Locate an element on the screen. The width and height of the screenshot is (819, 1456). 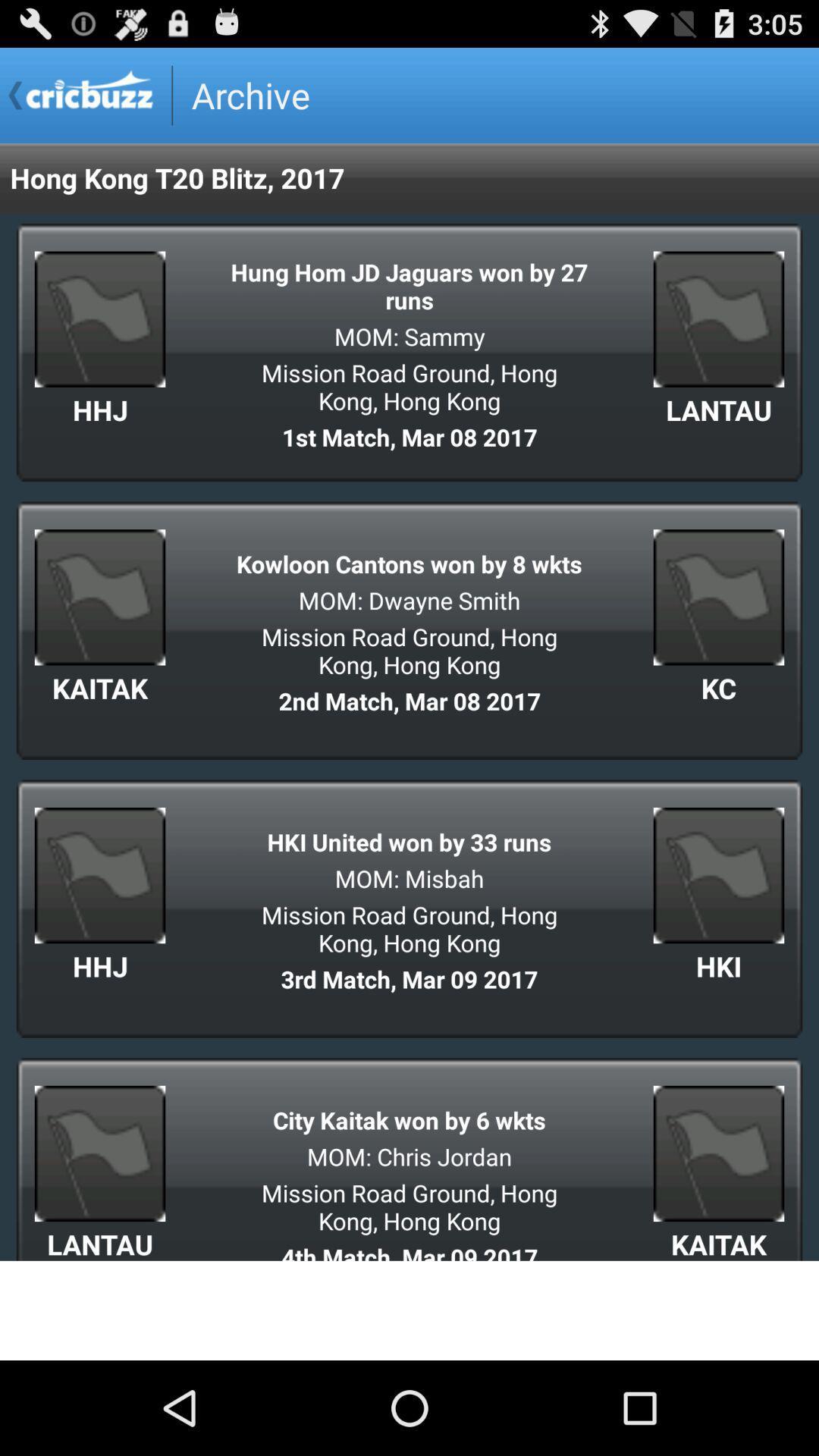
kc app is located at coordinates (718, 687).